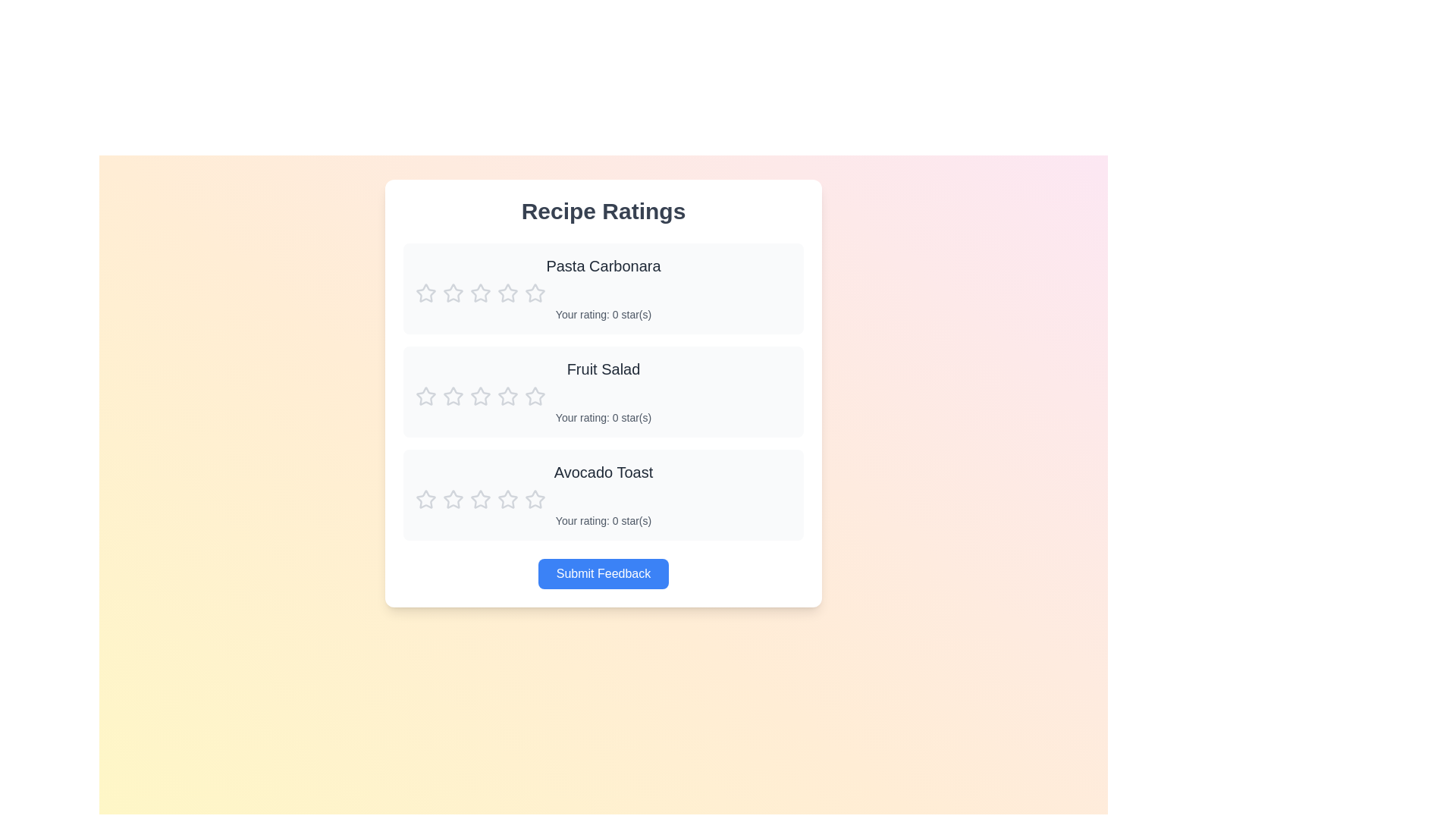 Image resolution: width=1456 pixels, height=819 pixels. I want to click on from the first rating star (hollow gray star icon), so click(425, 293).